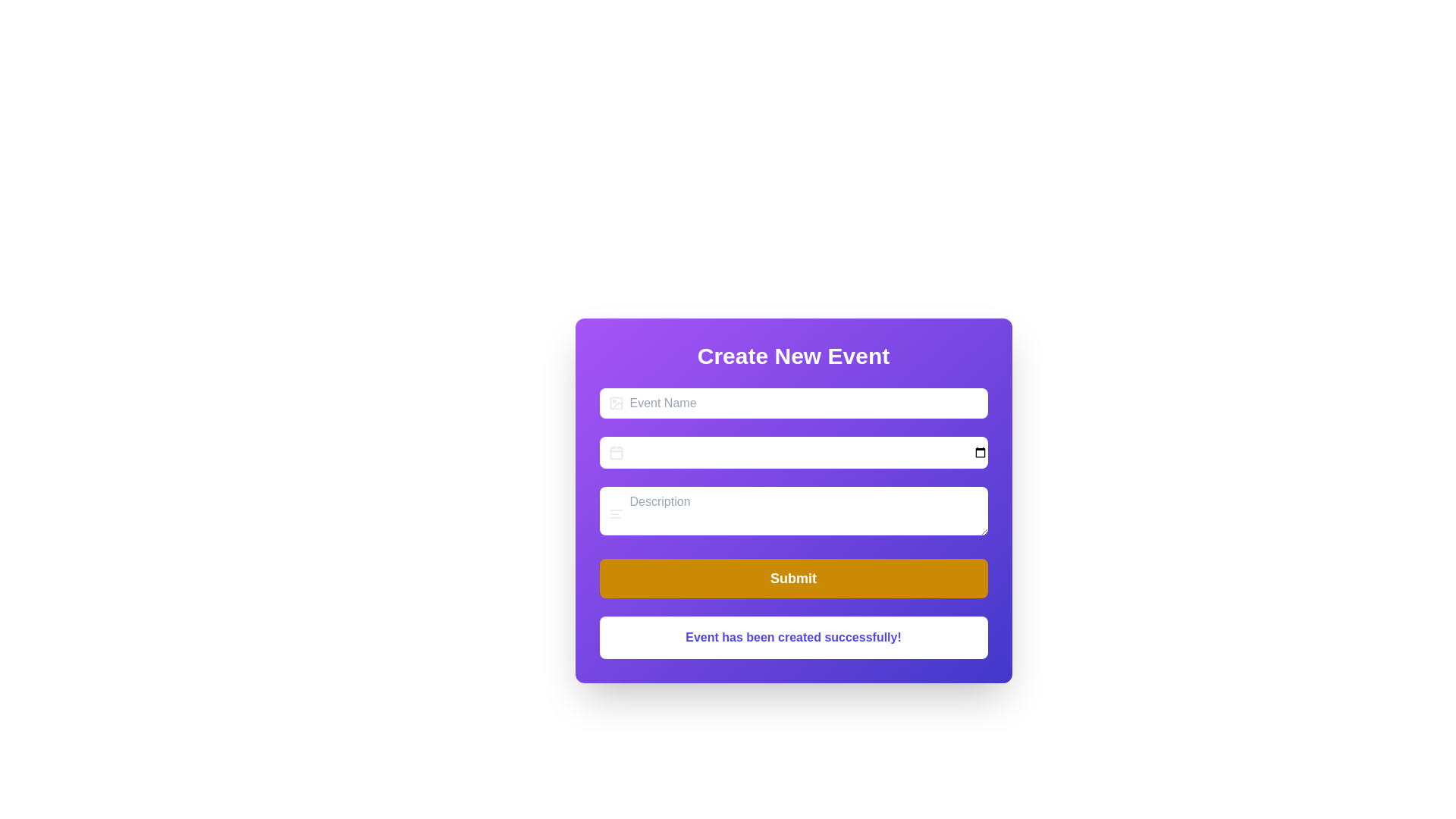  Describe the element at coordinates (792, 452) in the screenshot. I see `the date picker input field, which is styled with rounded corners and a light background, located beneath the 'Event Name' input field and above the 'Description' textbox` at that location.